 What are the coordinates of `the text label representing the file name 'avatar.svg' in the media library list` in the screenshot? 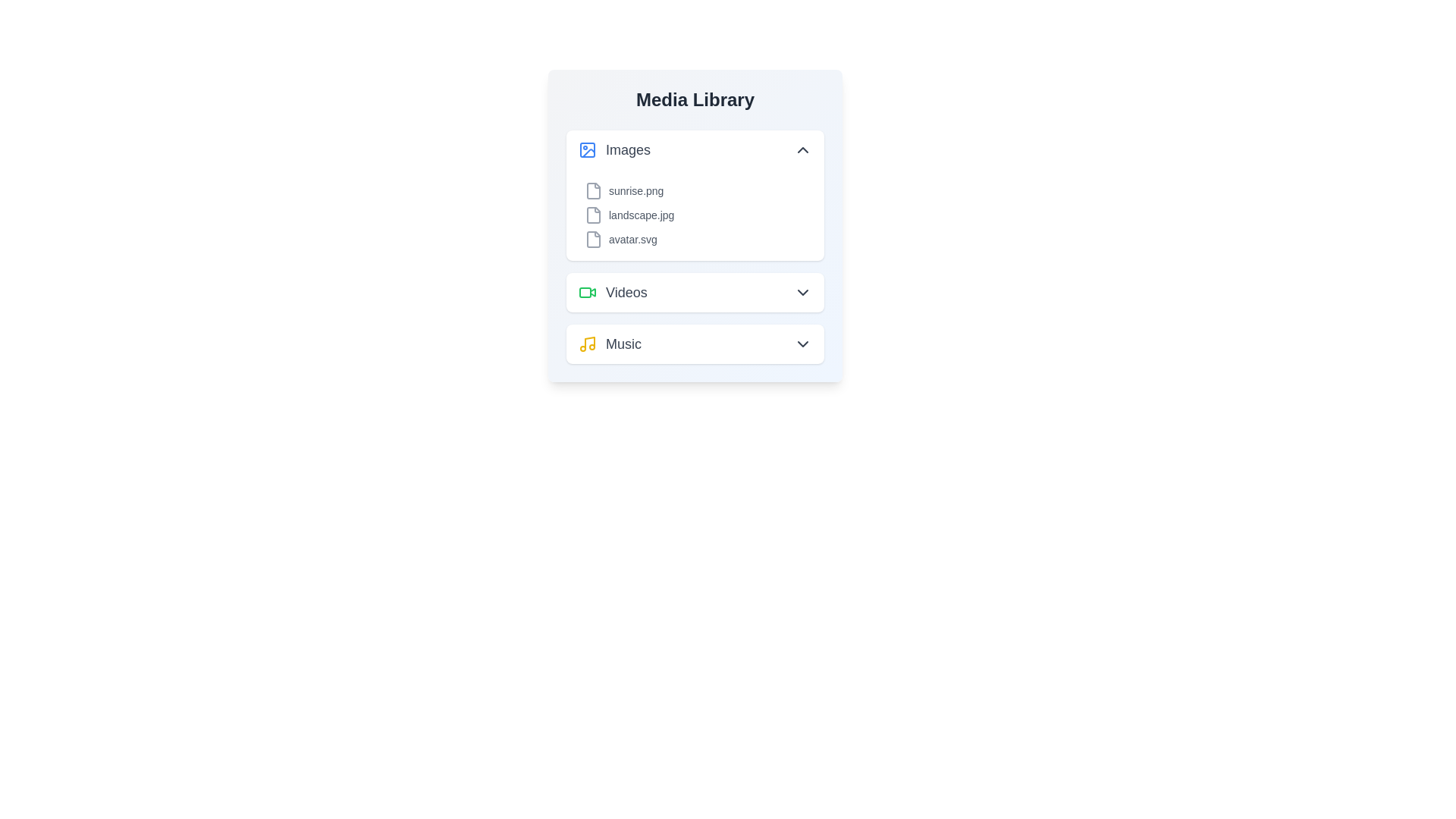 It's located at (632, 239).